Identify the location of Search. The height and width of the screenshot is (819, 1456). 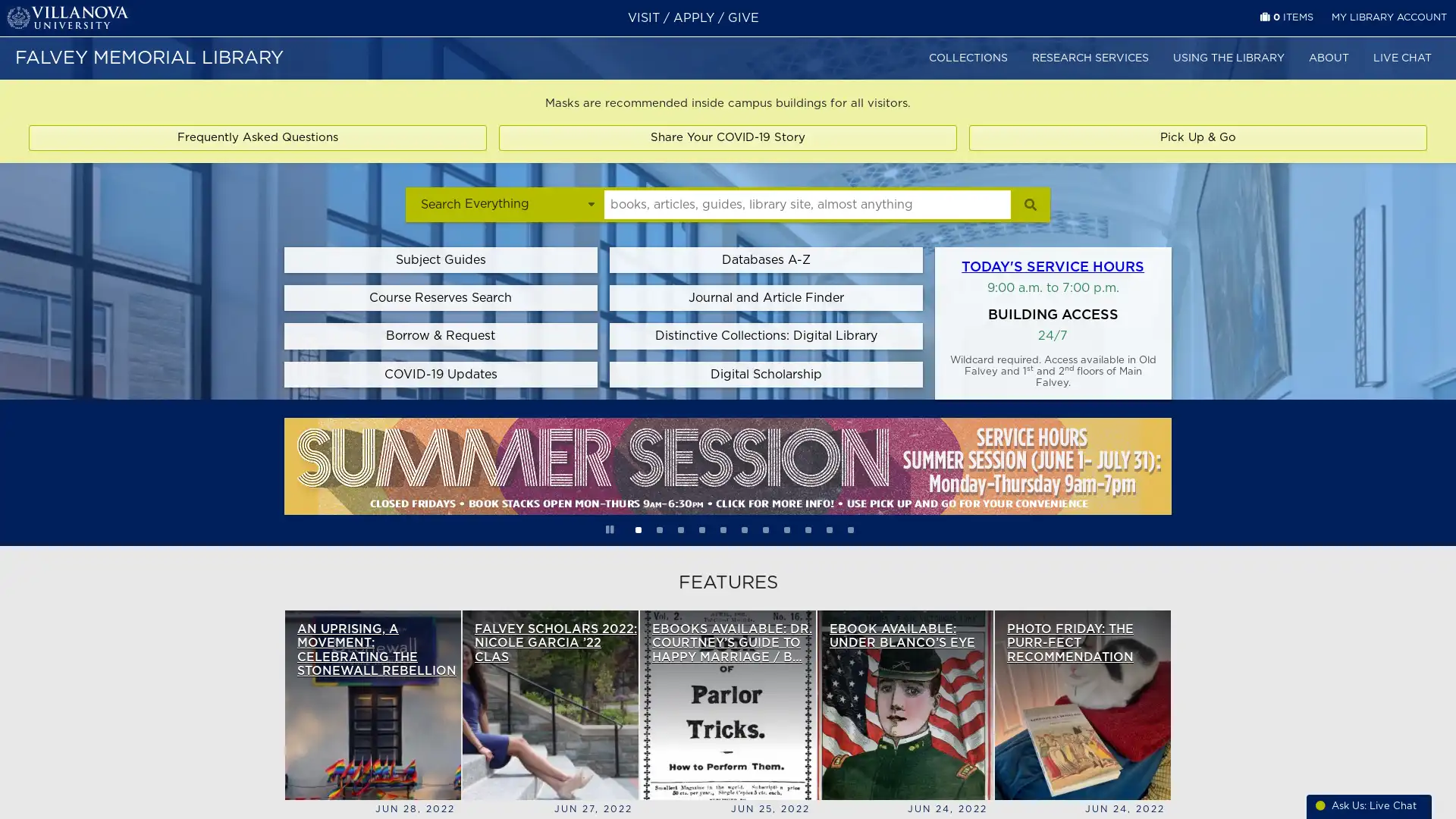
(1030, 203).